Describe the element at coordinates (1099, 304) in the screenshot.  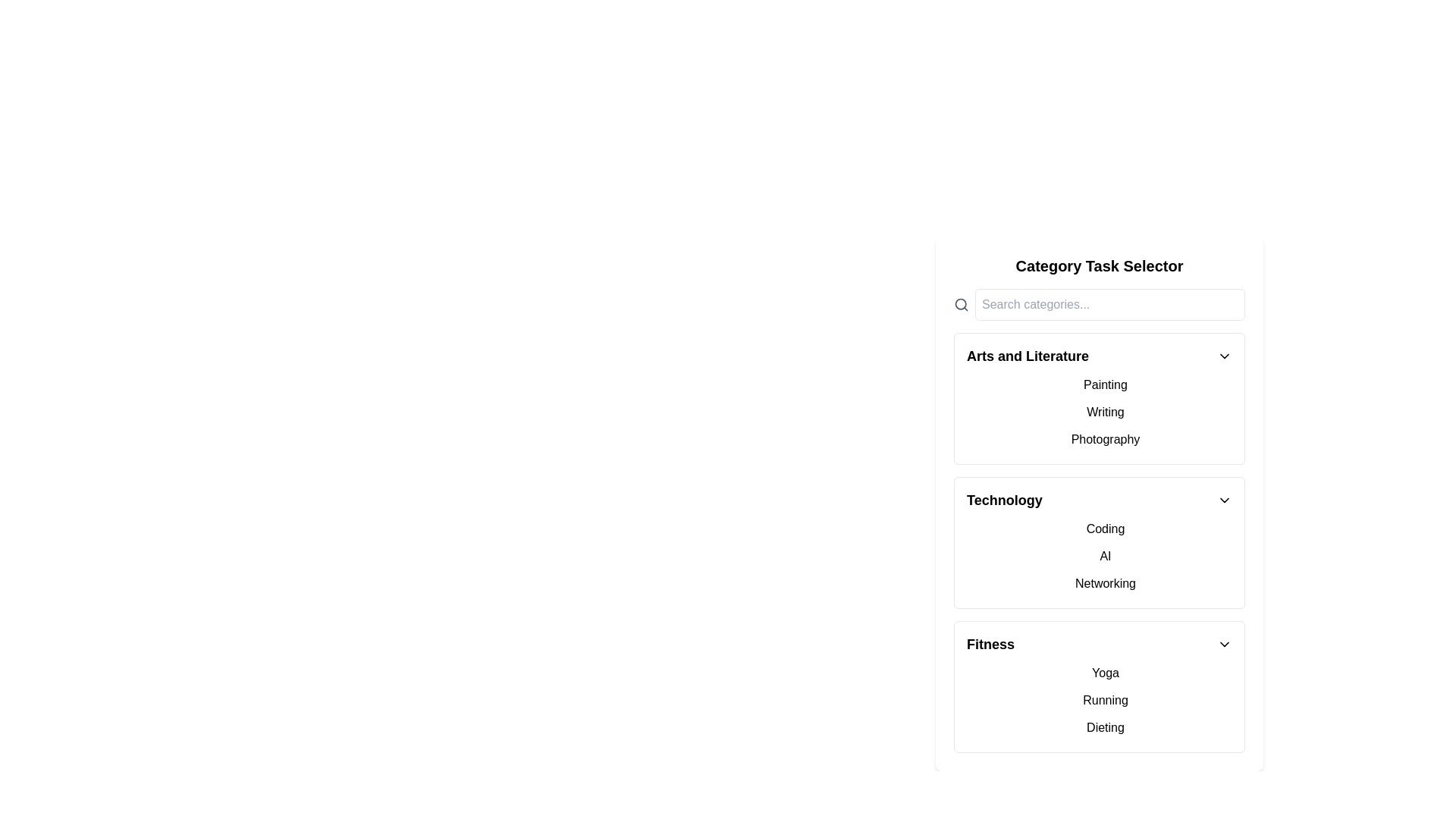
I see `the search input field located immediately below the title 'Category Task Selector' to focus on it` at that location.